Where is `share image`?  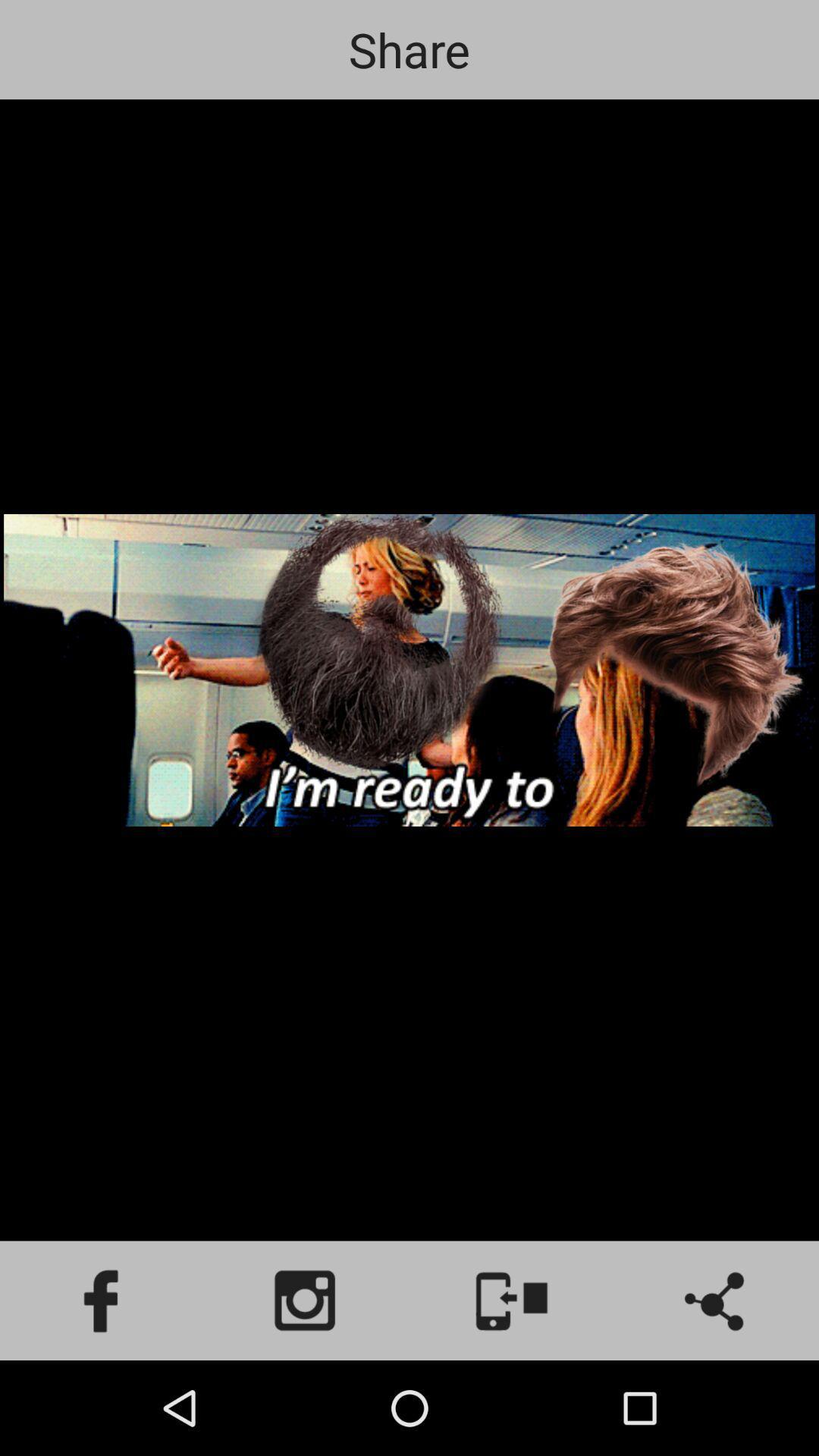 share image is located at coordinates (717, 1300).